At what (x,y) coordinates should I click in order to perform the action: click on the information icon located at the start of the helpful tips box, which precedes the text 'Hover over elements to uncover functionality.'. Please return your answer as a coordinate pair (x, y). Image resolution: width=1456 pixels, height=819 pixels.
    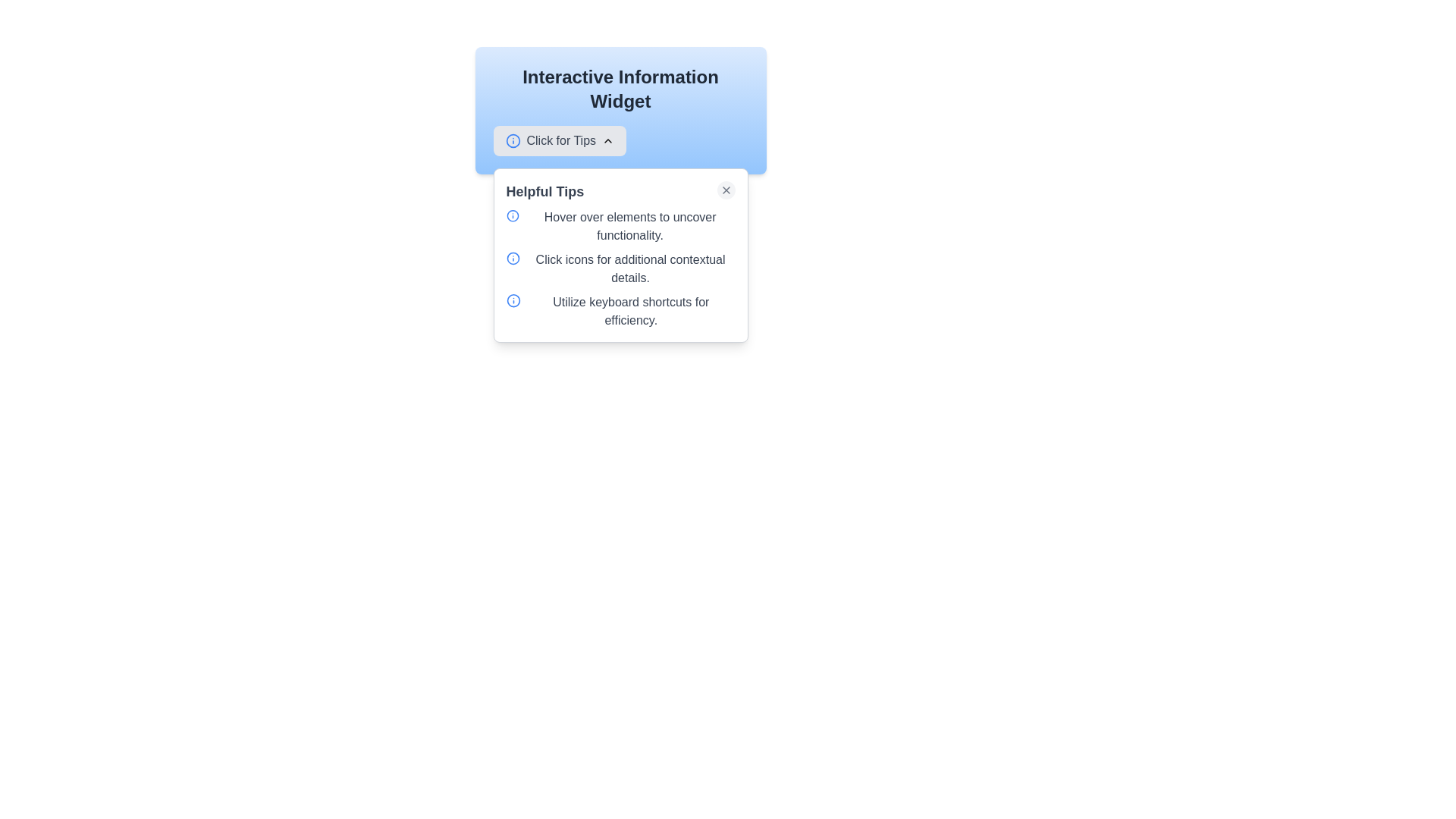
    Looking at the image, I should click on (513, 216).